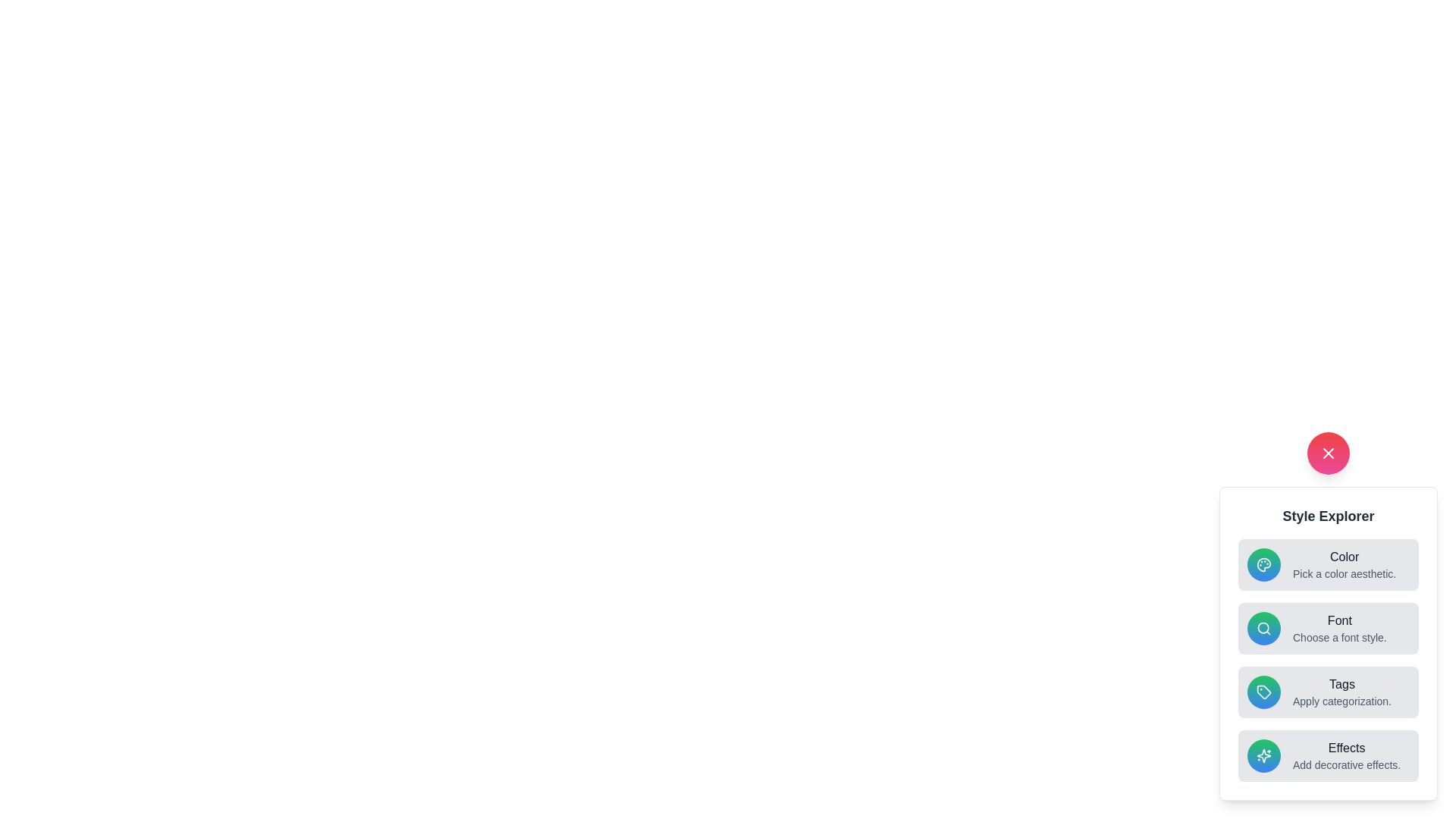  I want to click on the style option labeled Tags to view its hover effect, so click(1328, 692).